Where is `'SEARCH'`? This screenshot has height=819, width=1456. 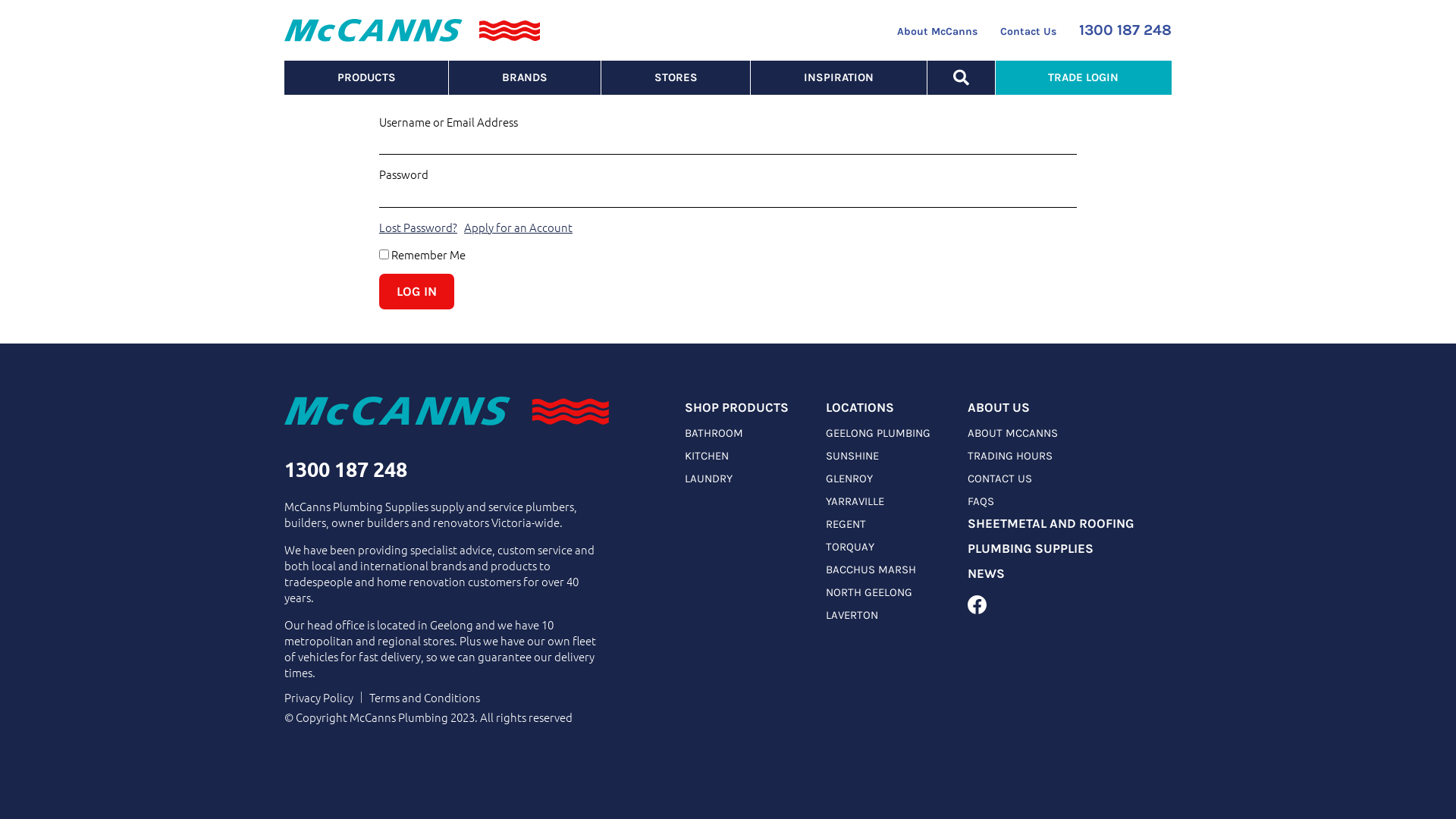
'SEARCH' is located at coordinates (960, 77).